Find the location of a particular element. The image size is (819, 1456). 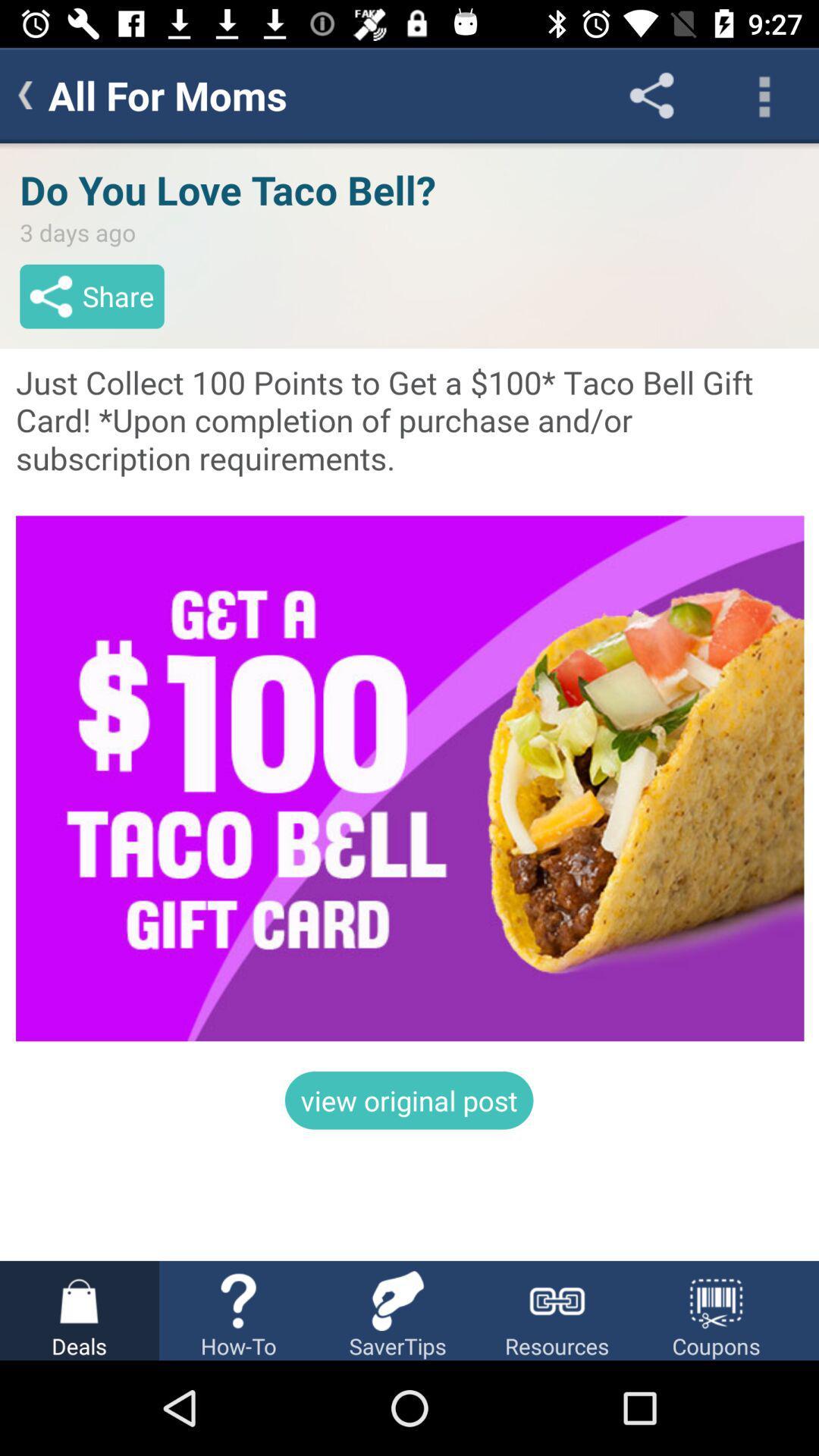

the share icon is located at coordinates (651, 94).